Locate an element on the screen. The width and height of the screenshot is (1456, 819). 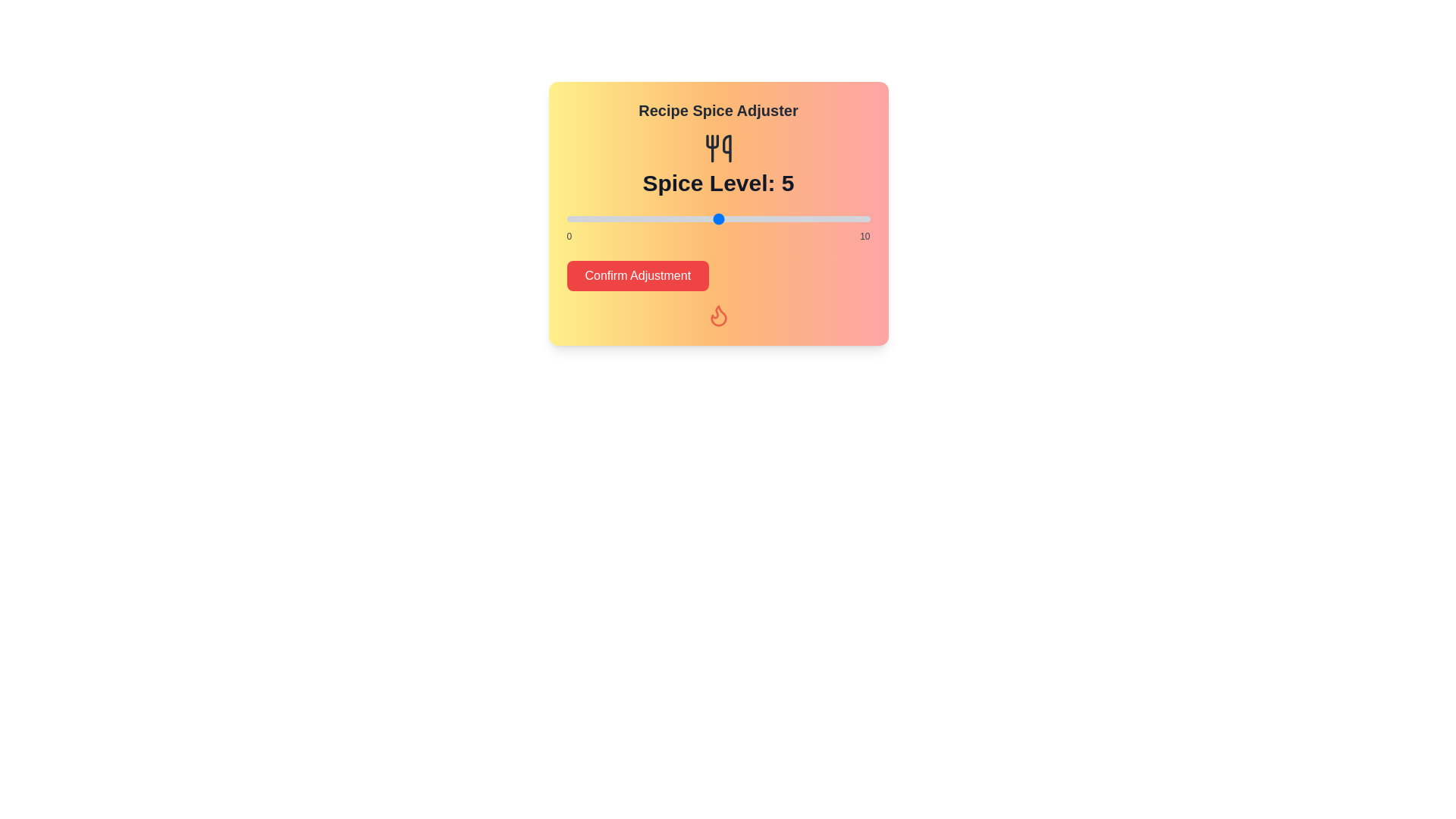
the 'Confirm Adjustment' button is located at coordinates (638, 275).